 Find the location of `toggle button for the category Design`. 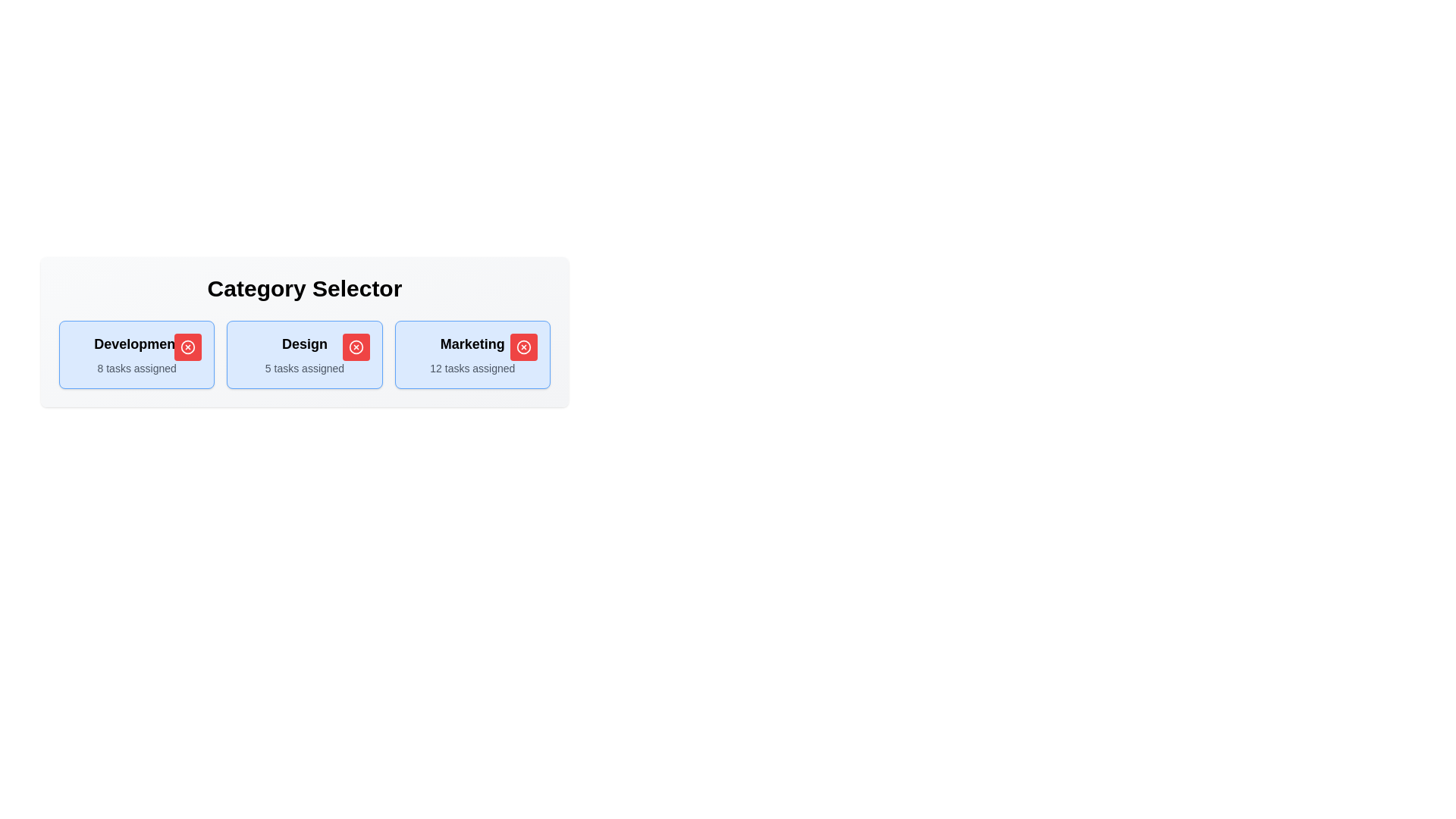

toggle button for the category Design is located at coordinates (355, 347).